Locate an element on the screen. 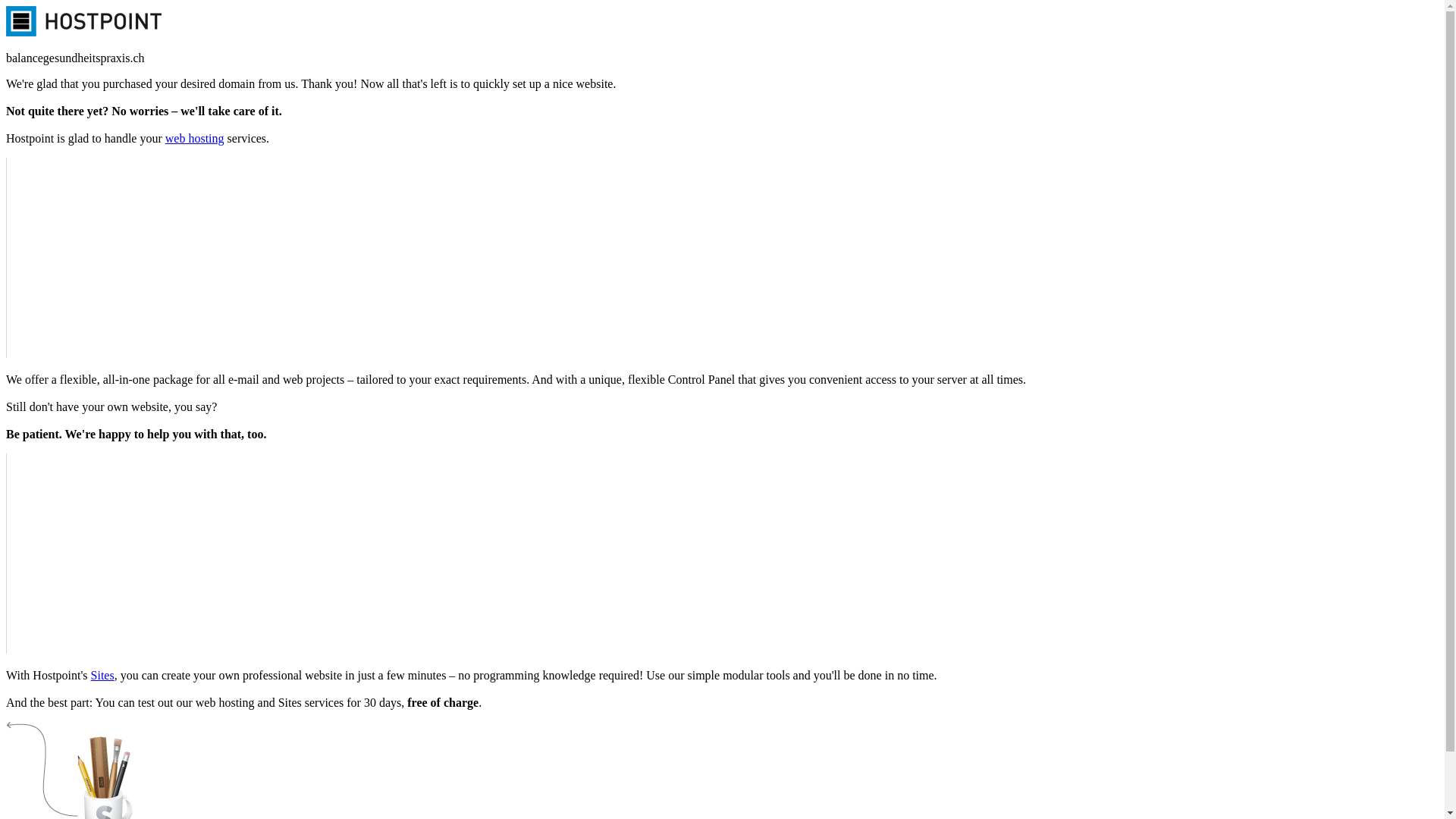  'web hosting' is located at coordinates (194, 138).